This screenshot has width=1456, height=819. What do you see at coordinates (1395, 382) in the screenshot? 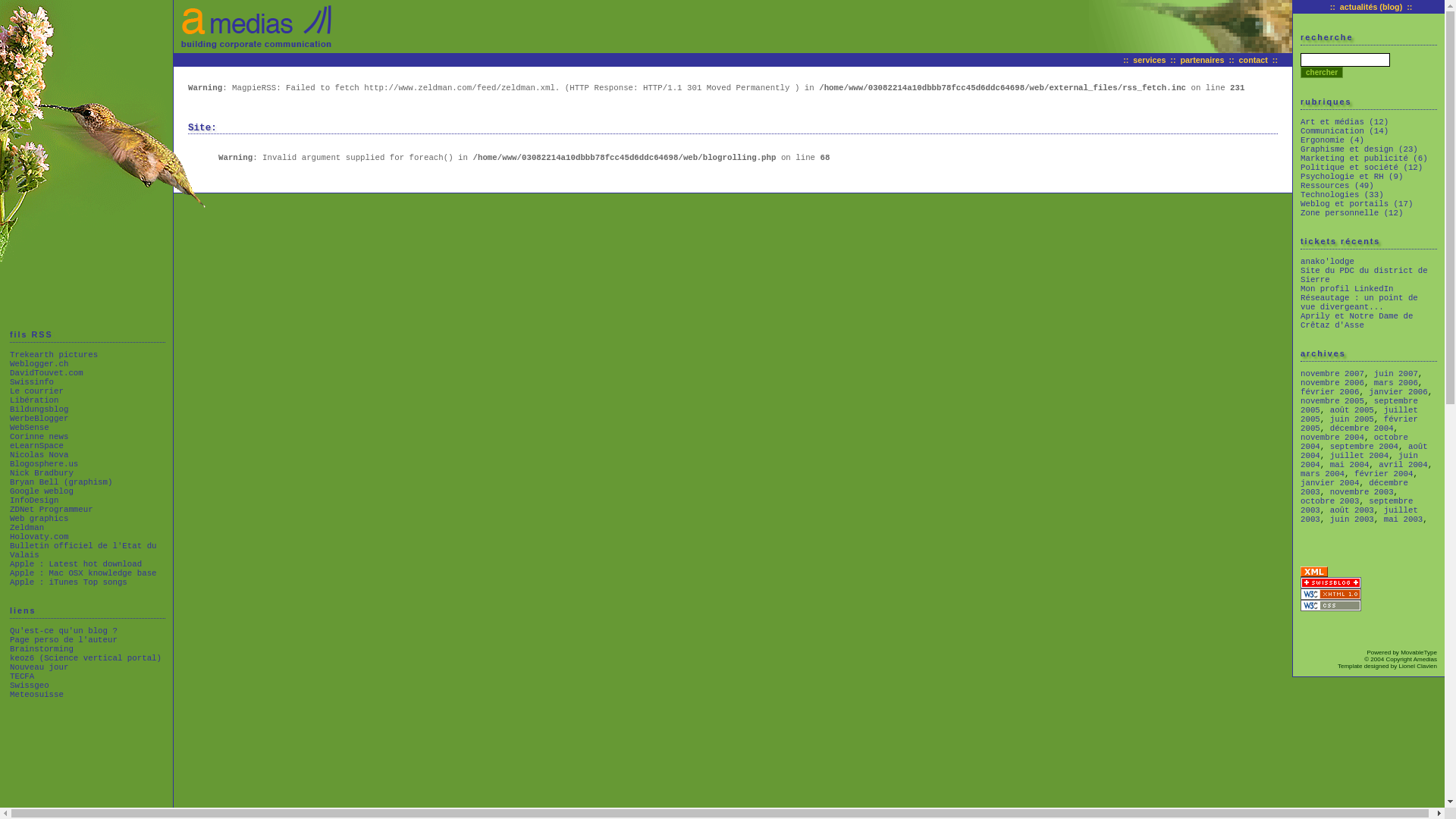
I see `'mars 2006'` at bounding box center [1395, 382].